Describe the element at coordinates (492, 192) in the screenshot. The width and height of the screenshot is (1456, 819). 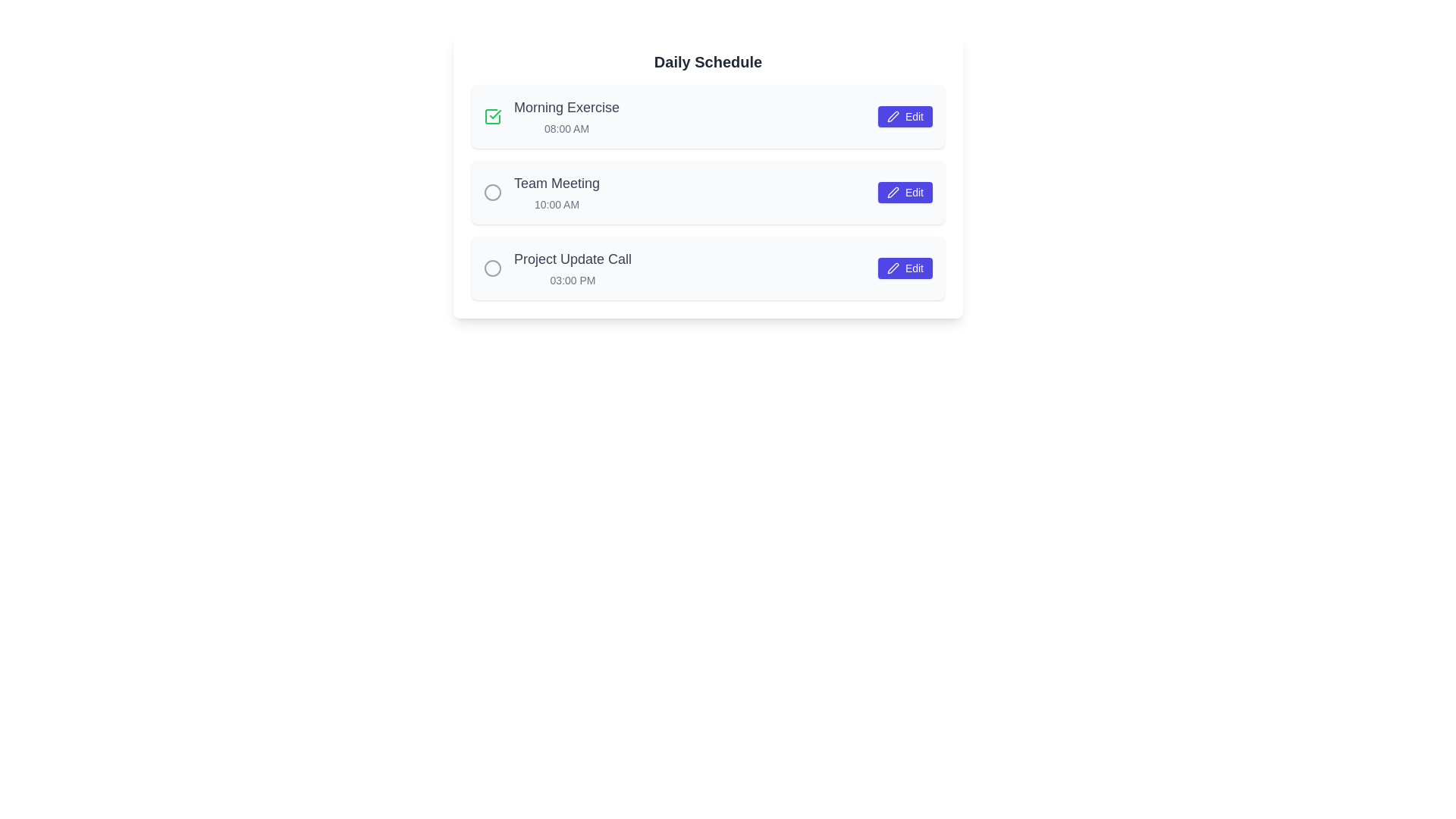
I see `the Outline circle icon located adjacent to the 'Team Meeting' text, which is outlined with a thin gray line and has no fill` at that location.